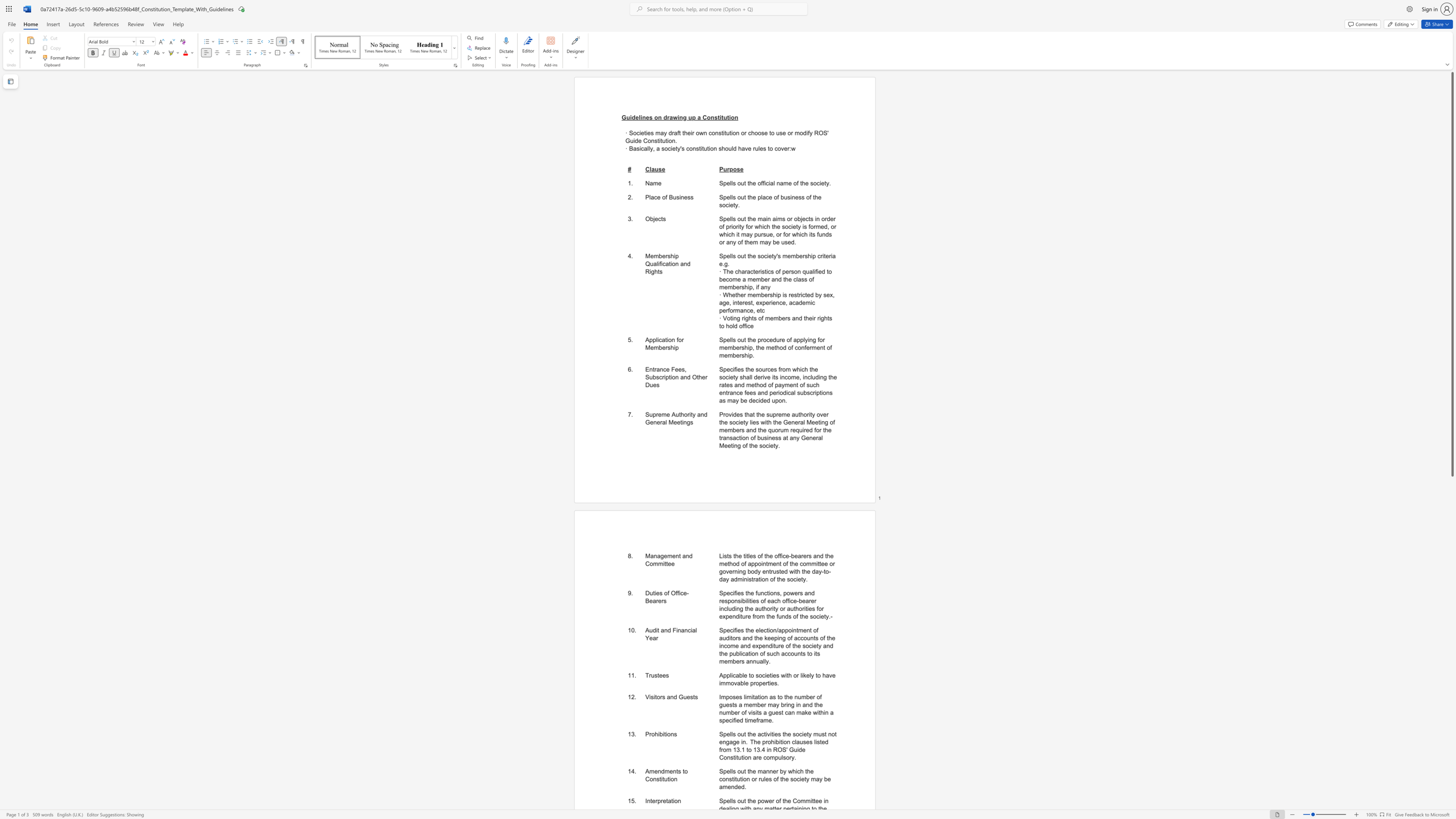 This screenshot has height=819, width=1456. What do you see at coordinates (1451, 580) in the screenshot?
I see `the scrollbar to scroll the page down` at bounding box center [1451, 580].